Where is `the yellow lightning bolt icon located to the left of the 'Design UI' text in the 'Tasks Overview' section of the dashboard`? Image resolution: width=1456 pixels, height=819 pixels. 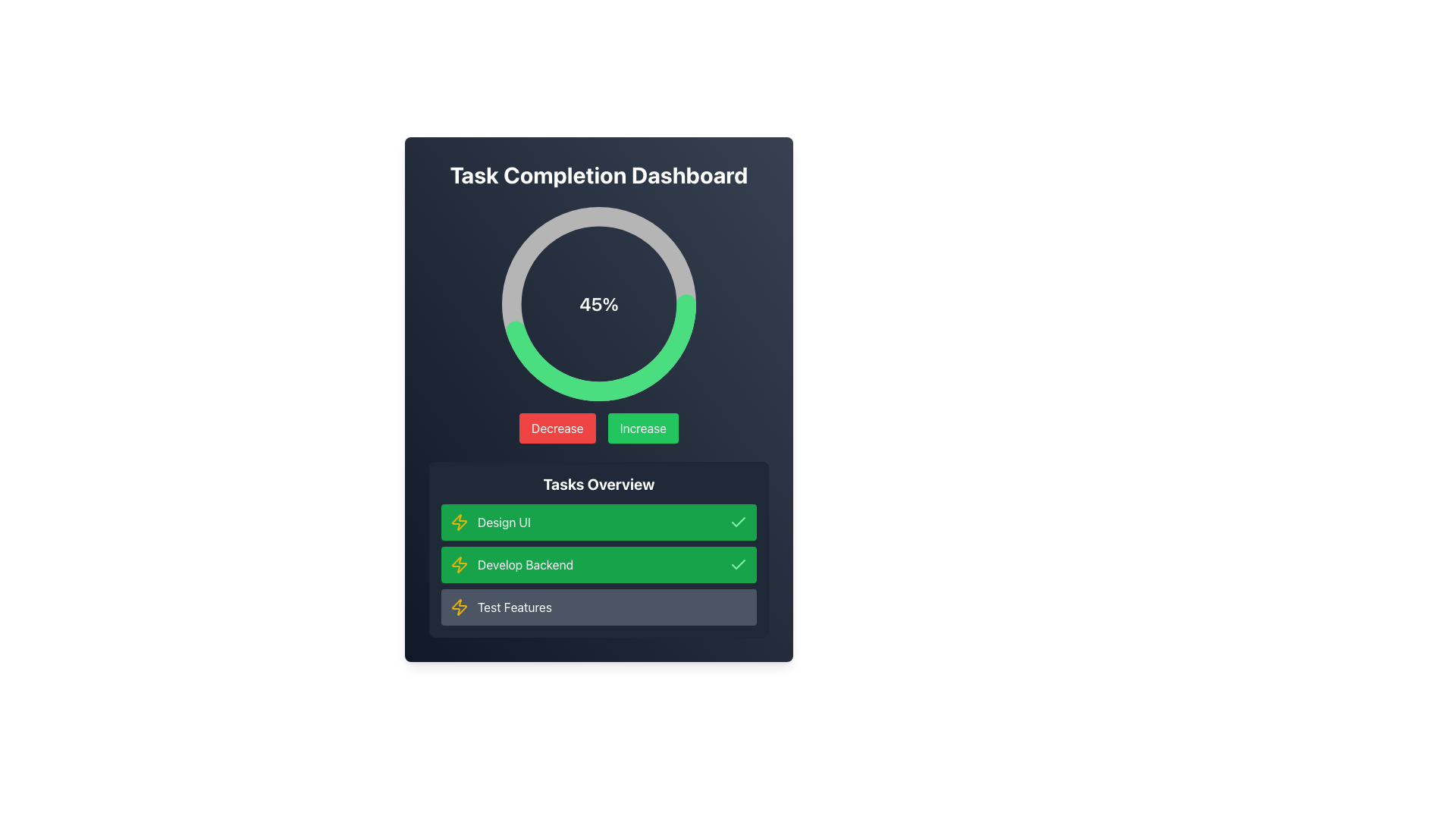
the yellow lightning bolt icon located to the left of the 'Design UI' text in the 'Tasks Overview' section of the dashboard is located at coordinates (458, 522).